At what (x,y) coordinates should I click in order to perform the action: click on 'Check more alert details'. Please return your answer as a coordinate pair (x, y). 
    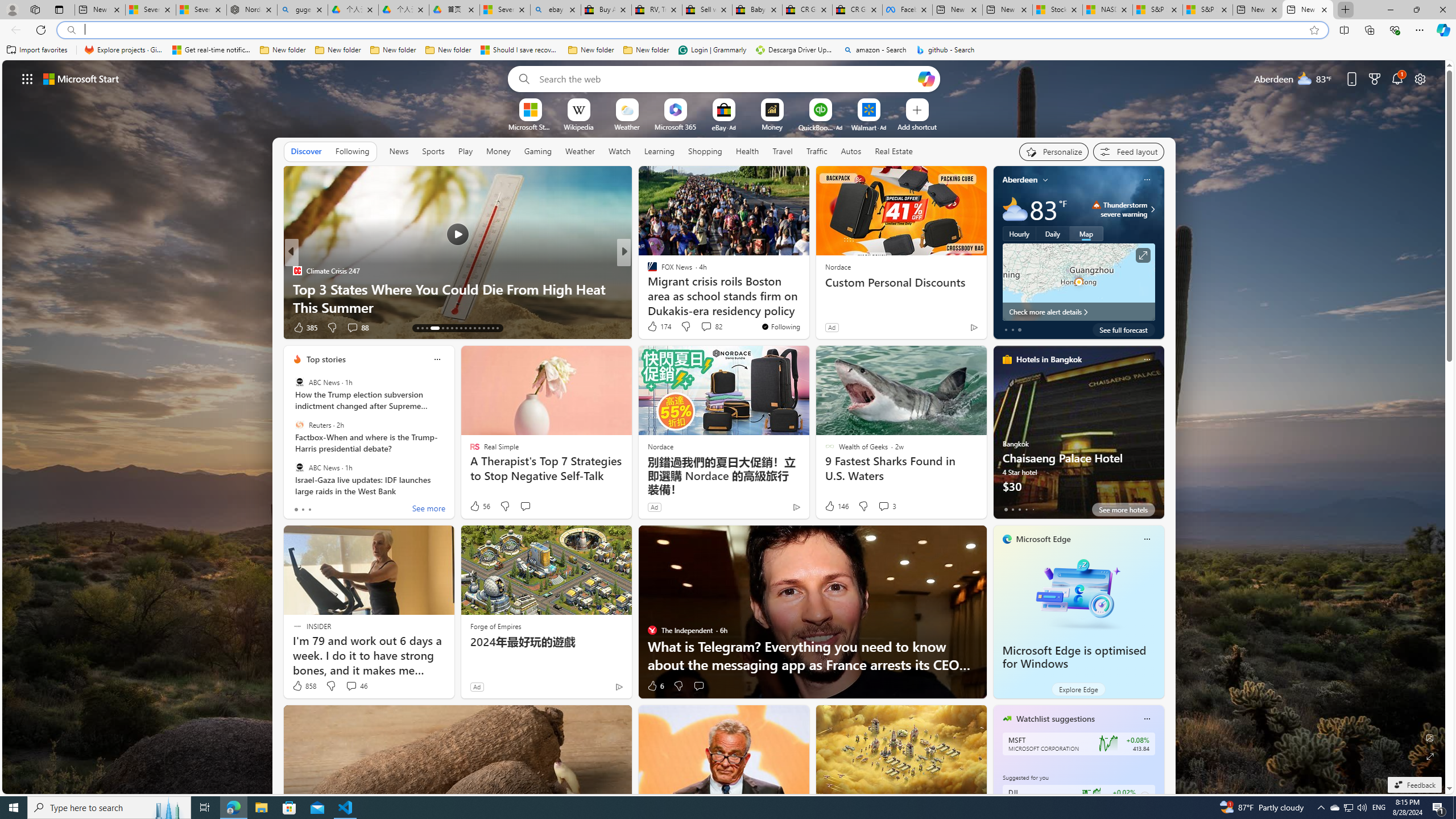
    Looking at the image, I should click on (1078, 311).